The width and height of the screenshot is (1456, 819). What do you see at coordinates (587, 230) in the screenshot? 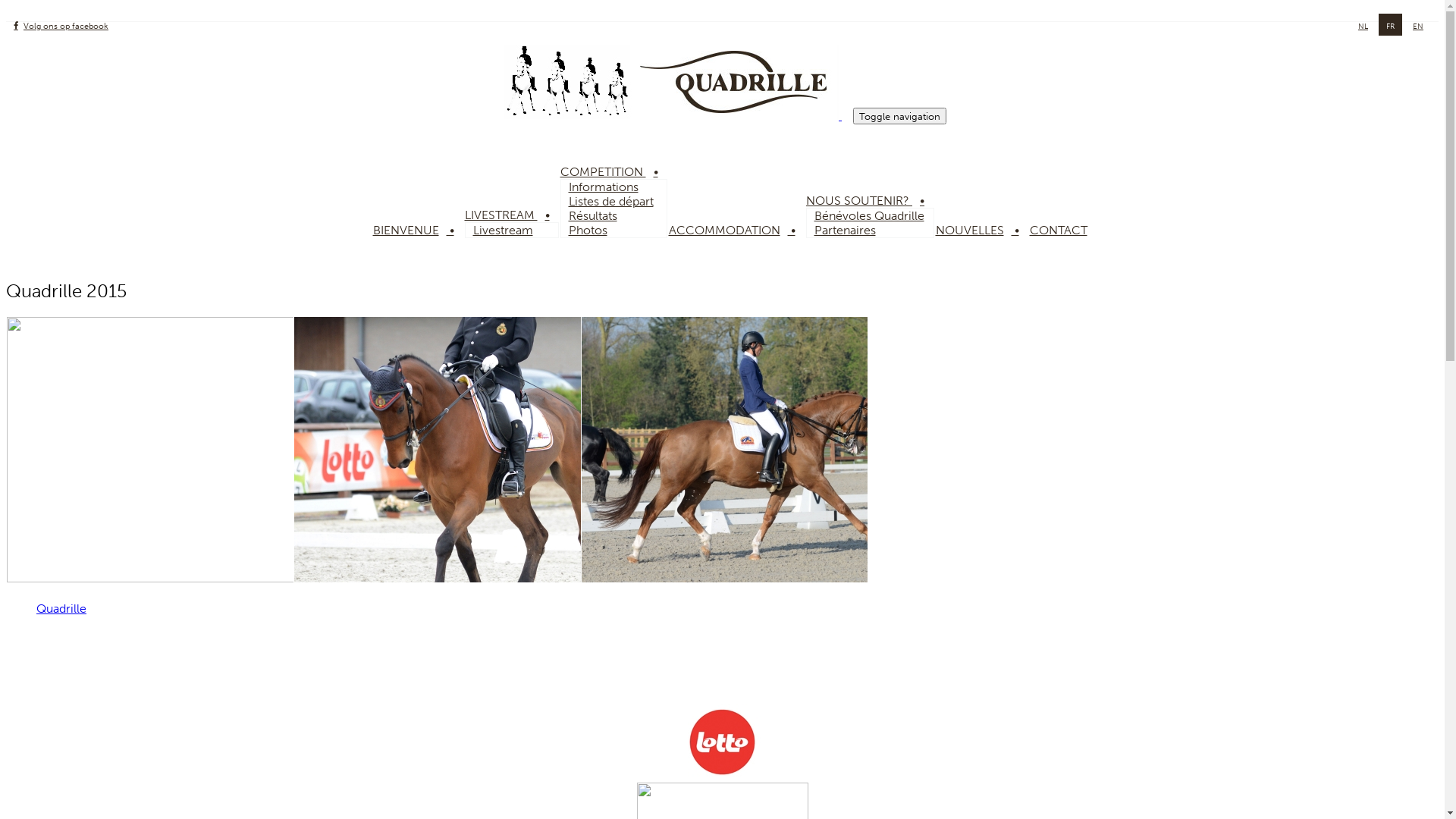
I see `'Photos'` at bounding box center [587, 230].